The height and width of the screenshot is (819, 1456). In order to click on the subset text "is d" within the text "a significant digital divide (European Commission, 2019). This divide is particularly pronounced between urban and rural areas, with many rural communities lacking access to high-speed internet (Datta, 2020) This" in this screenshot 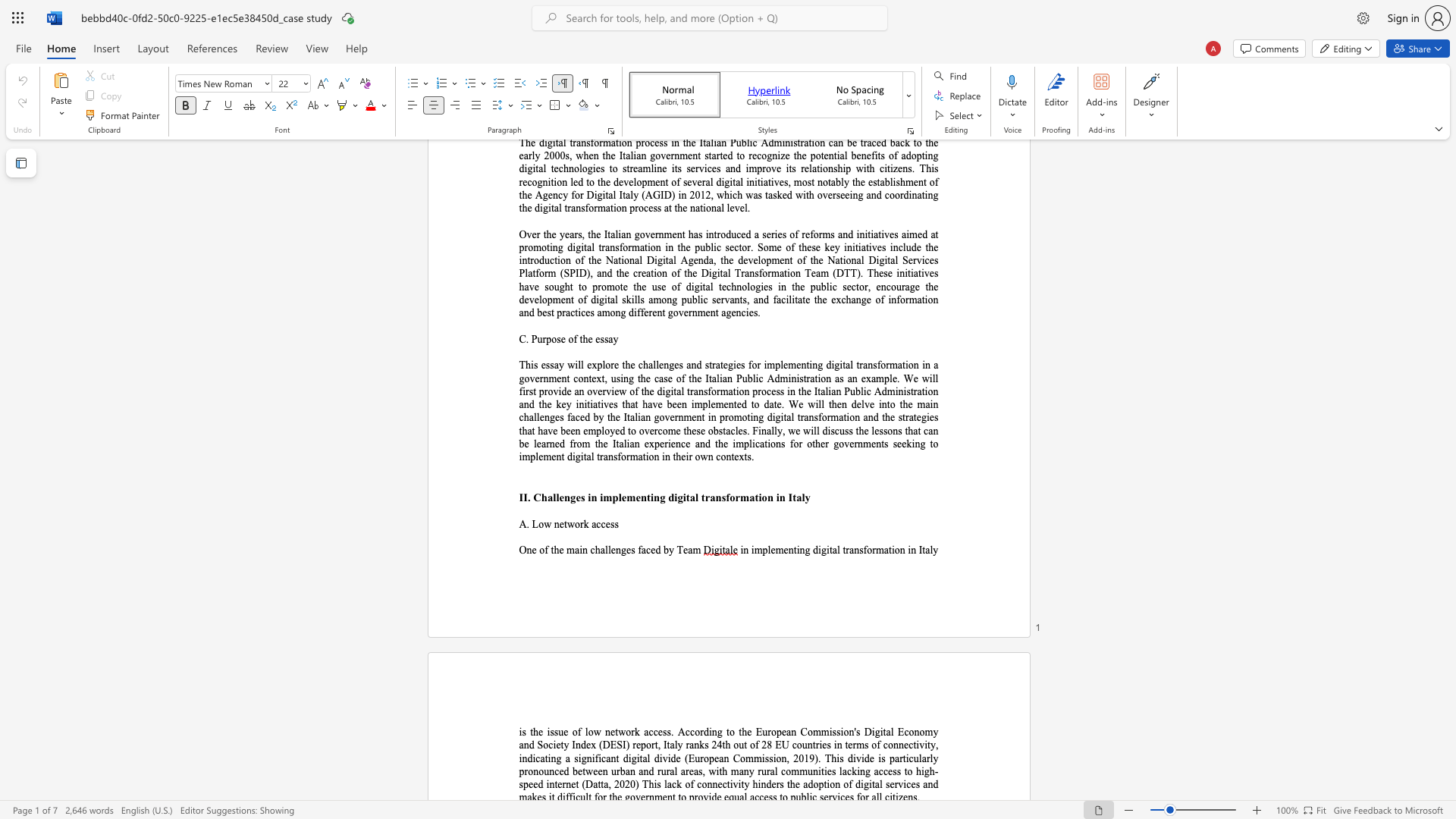, I will do `click(836, 758)`.